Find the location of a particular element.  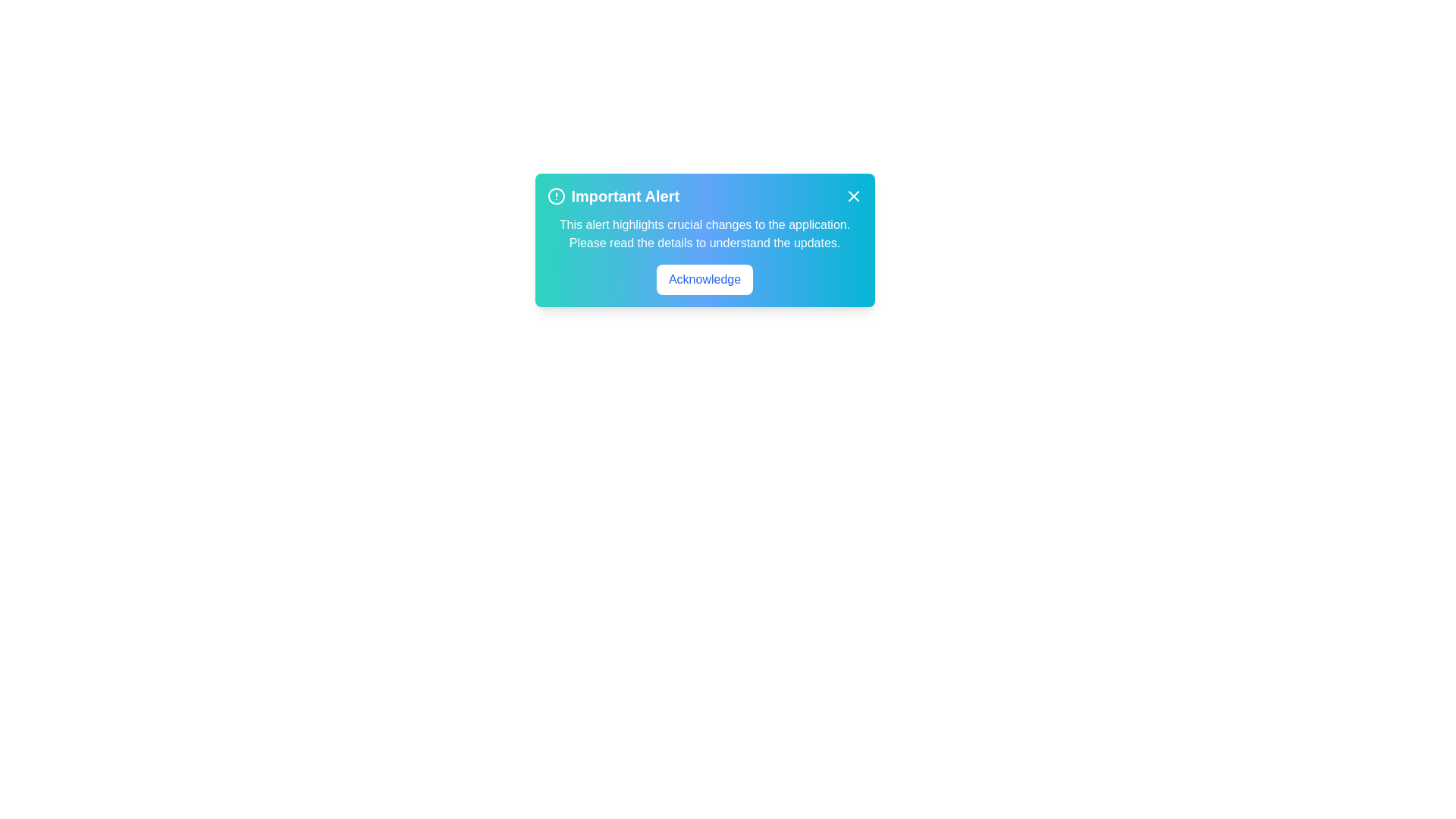

the close button of the alert panel to close it is located at coordinates (853, 195).